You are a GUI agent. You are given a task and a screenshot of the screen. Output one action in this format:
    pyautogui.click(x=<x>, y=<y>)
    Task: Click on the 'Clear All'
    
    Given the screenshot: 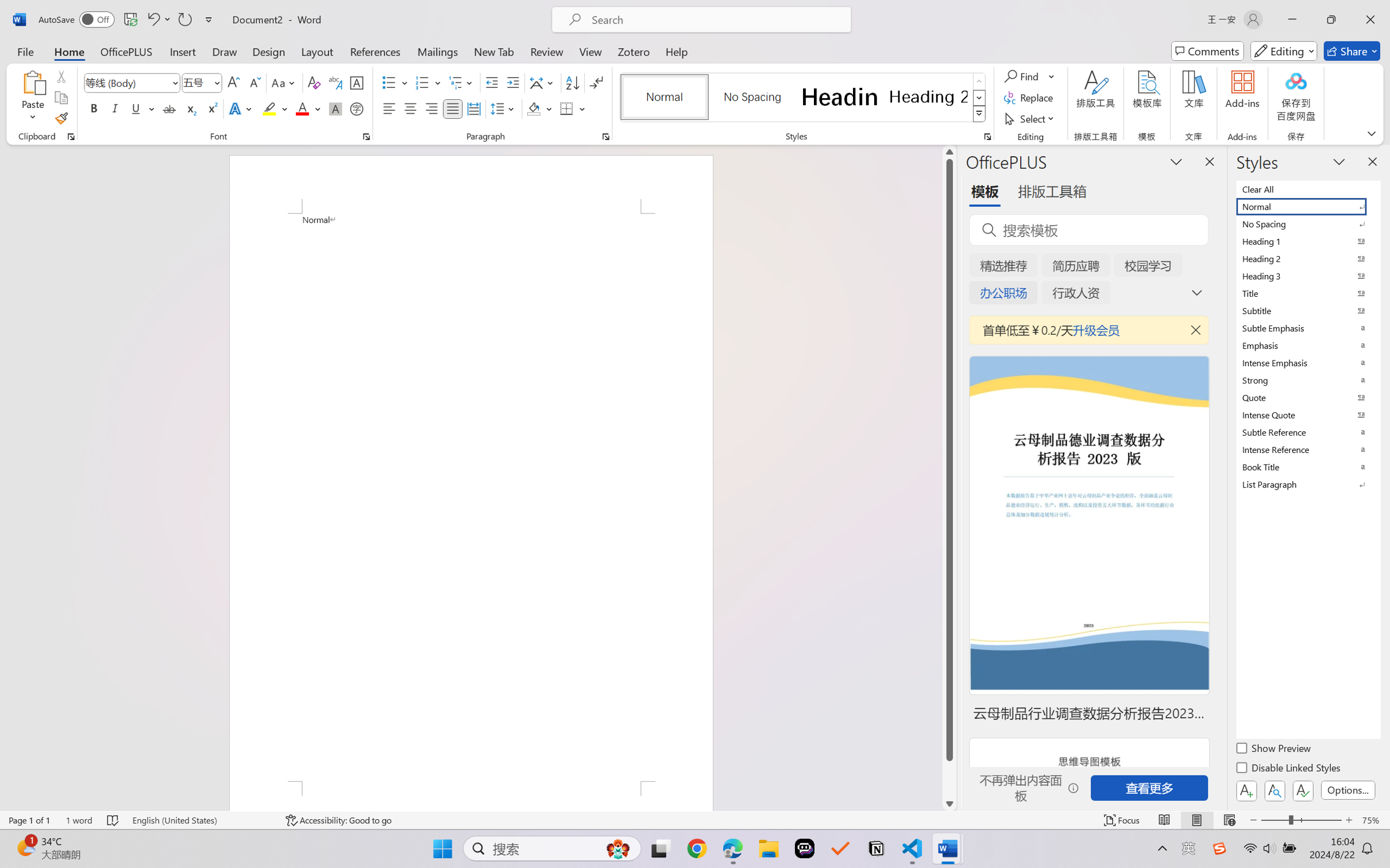 What is the action you would take?
    pyautogui.click(x=1307, y=188)
    